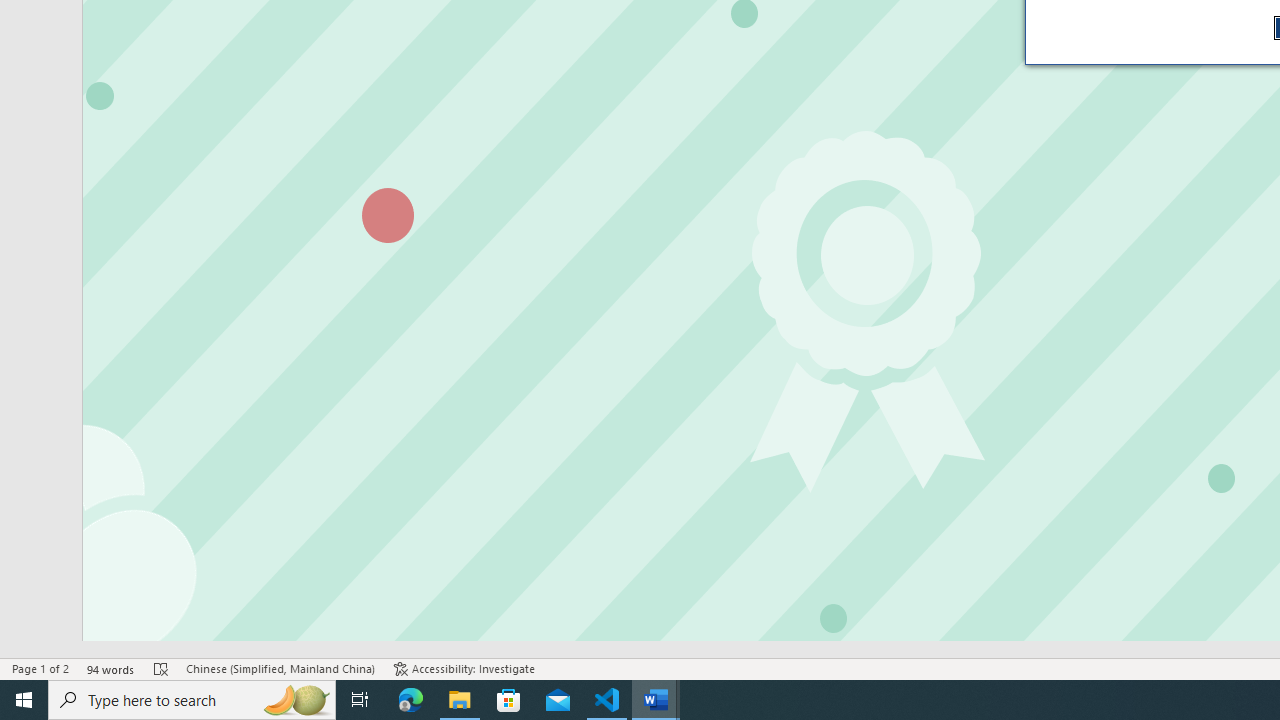 The height and width of the screenshot is (720, 1280). I want to click on 'Spelling and Grammar Check Errors', so click(161, 669).